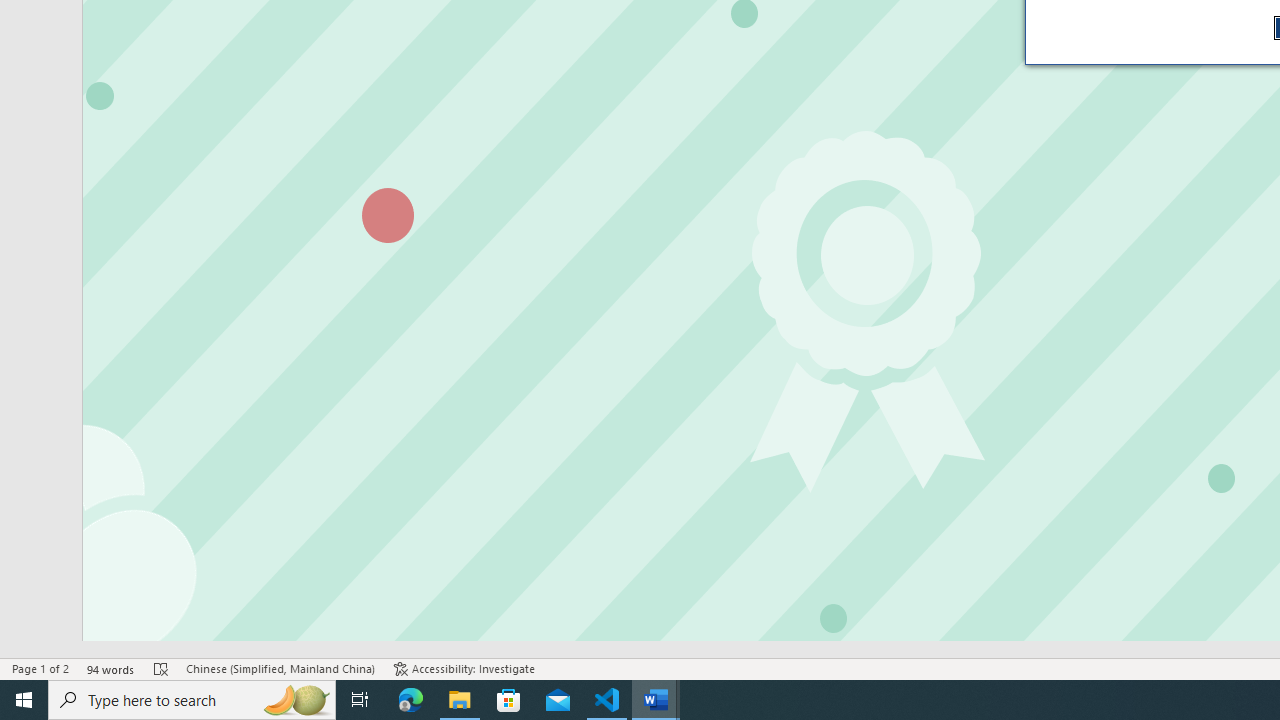 The height and width of the screenshot is (720, 1280). I want to click on 'Spelling and Grammar Check Errors', so click(161, 669).